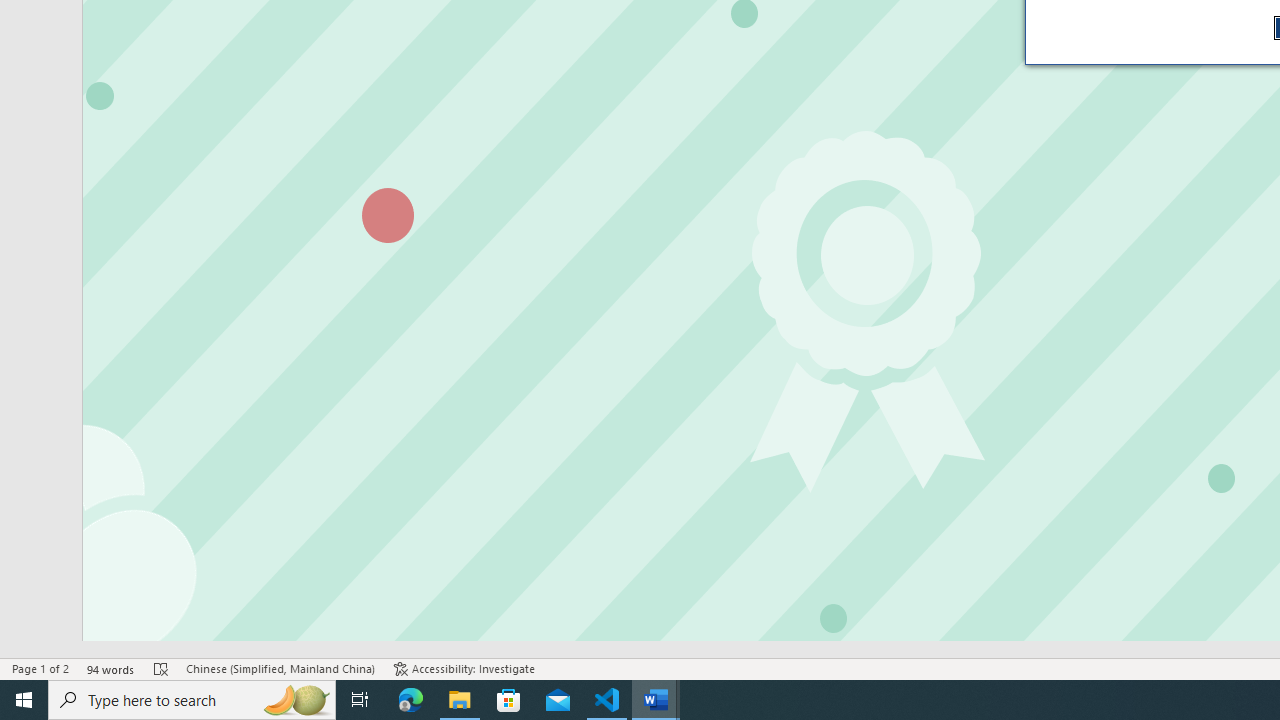 The height and width of the screenshot is (720, 1280). I want to click on 'Spelling and Grammar Check Errors', so click(161, 669).